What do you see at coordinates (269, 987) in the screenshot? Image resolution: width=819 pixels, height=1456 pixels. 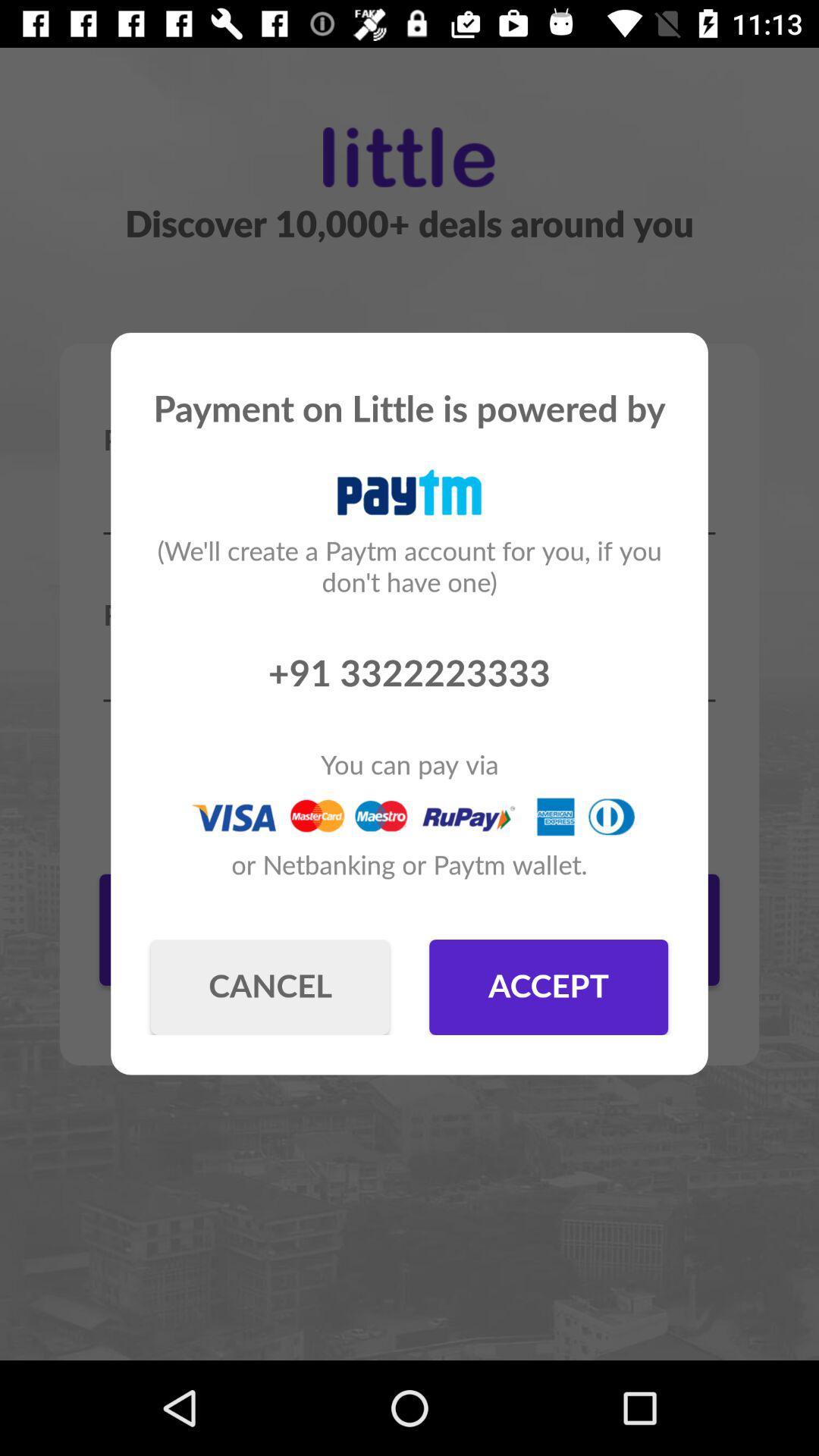 I see `item next to the accept icon` at bounding box center [269, 987].